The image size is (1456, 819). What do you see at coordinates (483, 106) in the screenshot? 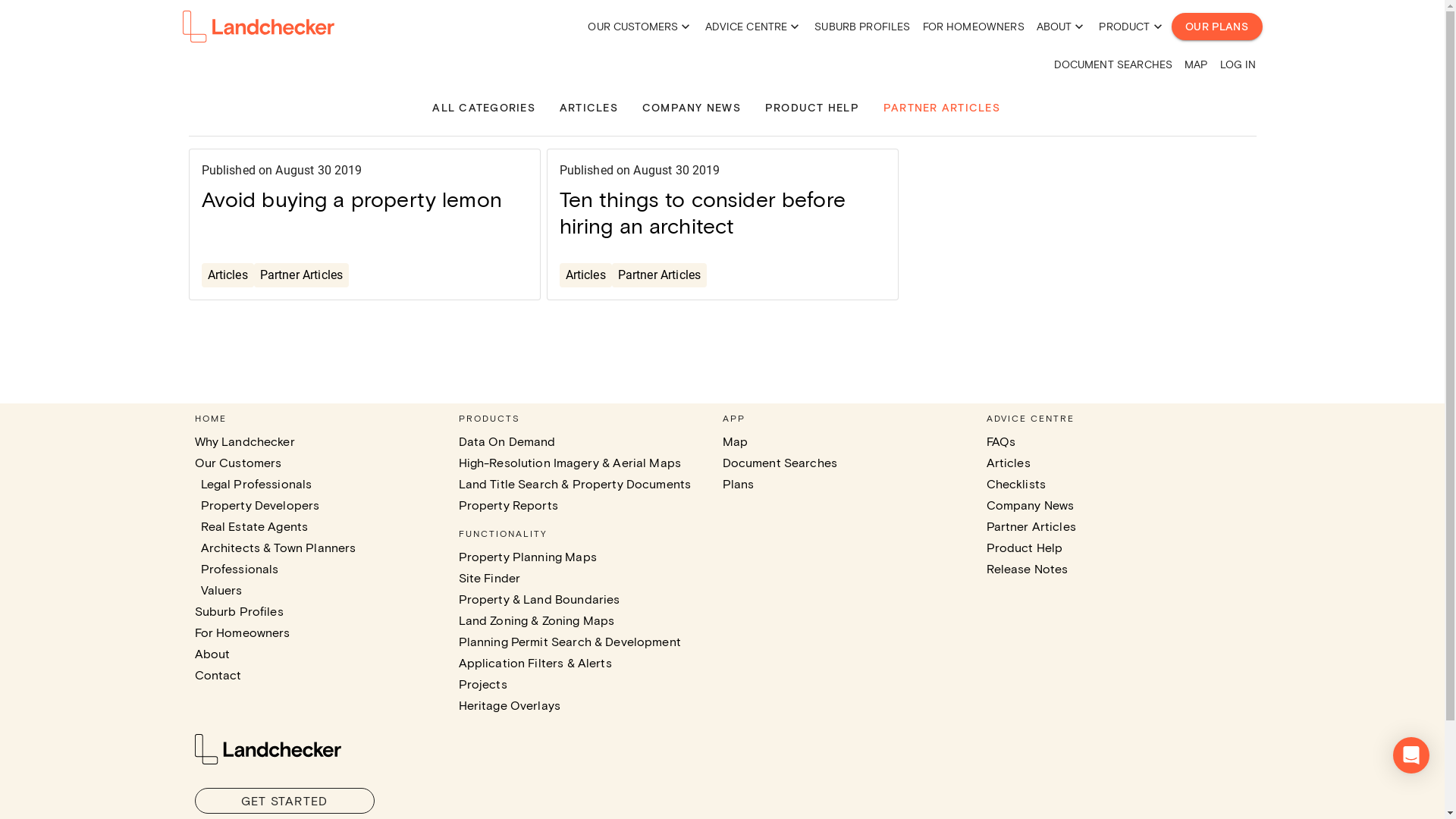
I see `'ALL CATEGORIES'` at bounding box center [483, 106].